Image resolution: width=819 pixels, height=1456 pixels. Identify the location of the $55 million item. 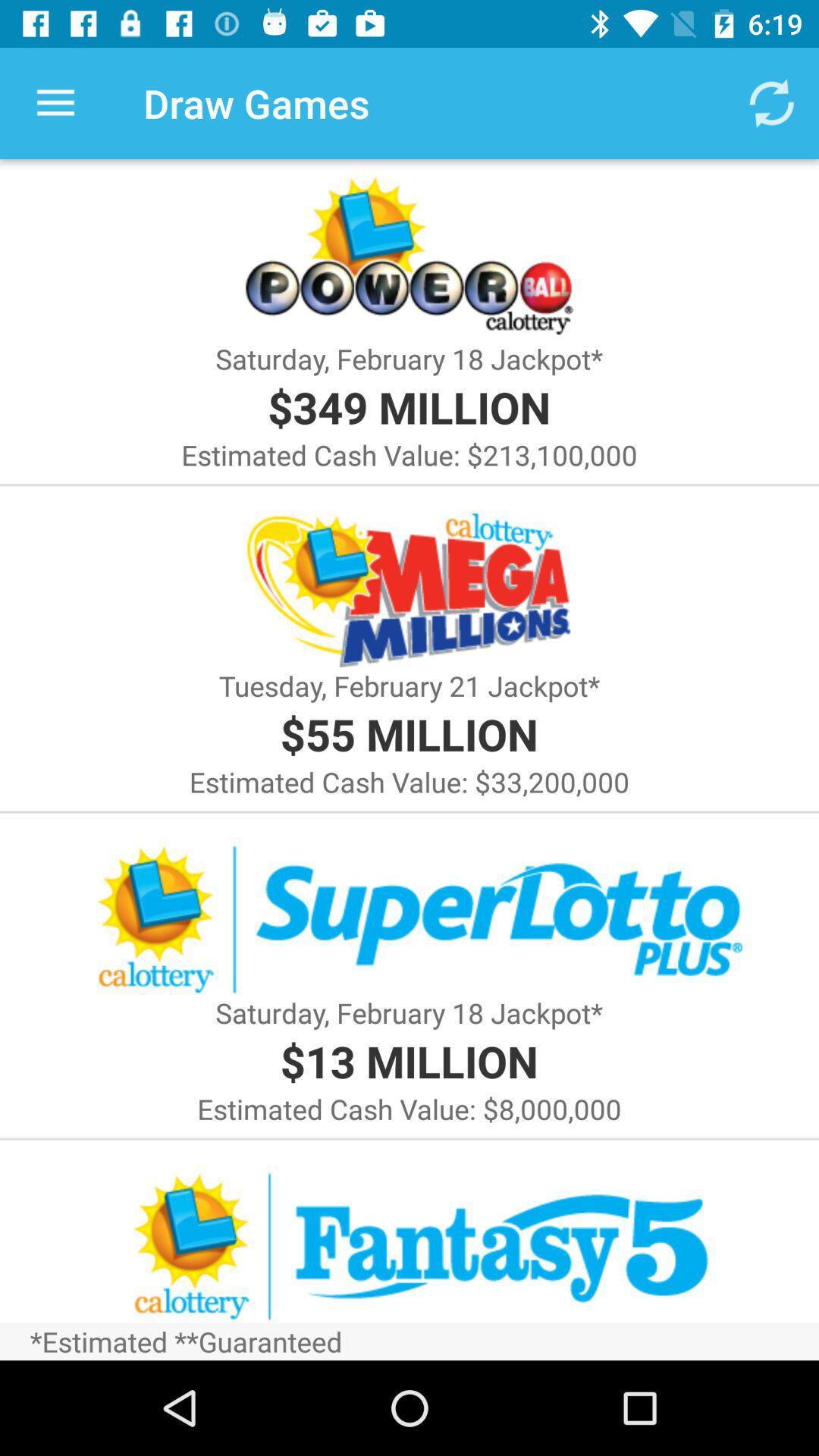
(408, 733).